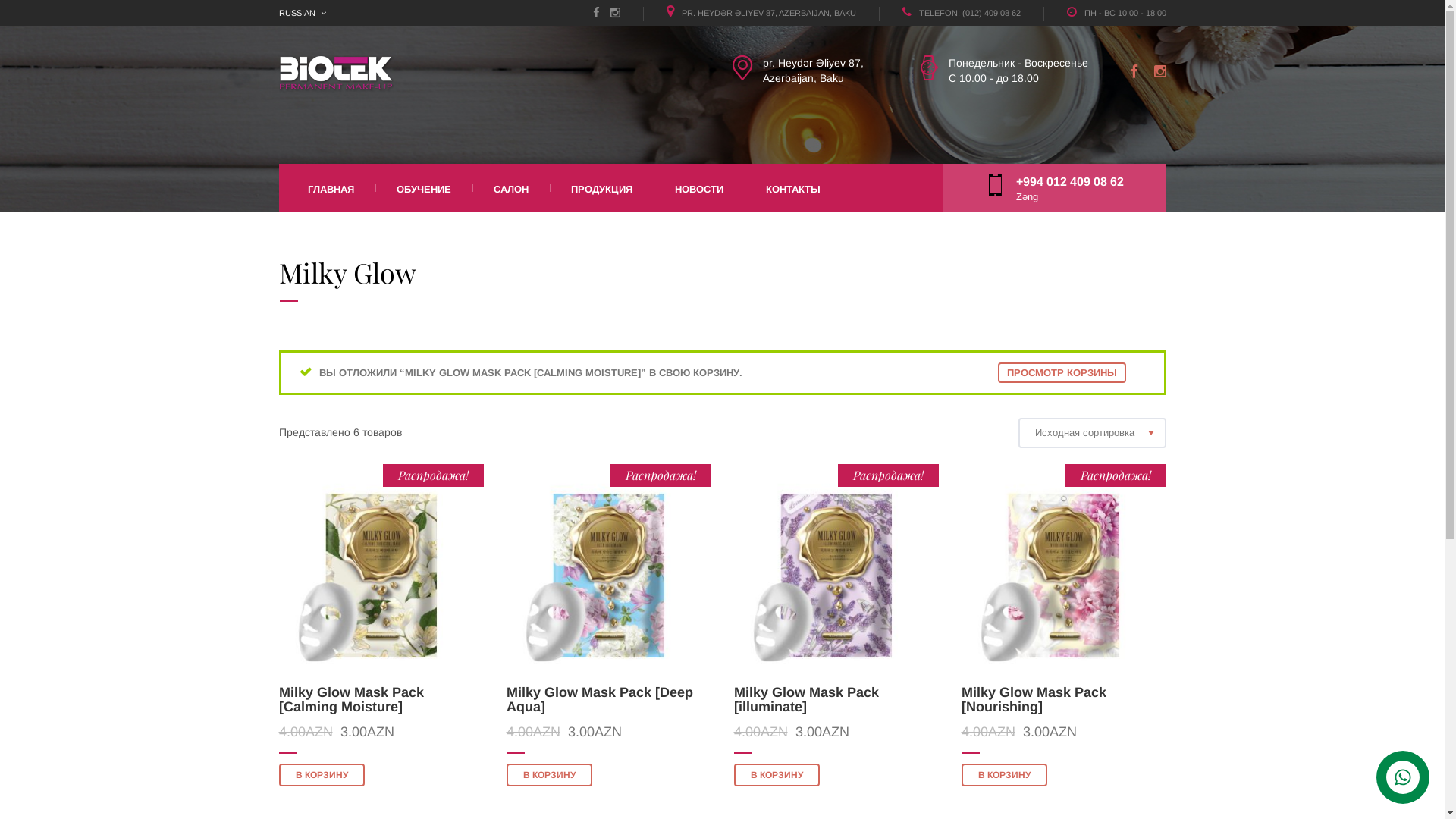 The height and width of the screenshot is (819, 1456). Describe the element at coordinates (350, 699) in the screenshot. I see `'Milky Glow Mask Pack [Calming Moisture]'` at that location.